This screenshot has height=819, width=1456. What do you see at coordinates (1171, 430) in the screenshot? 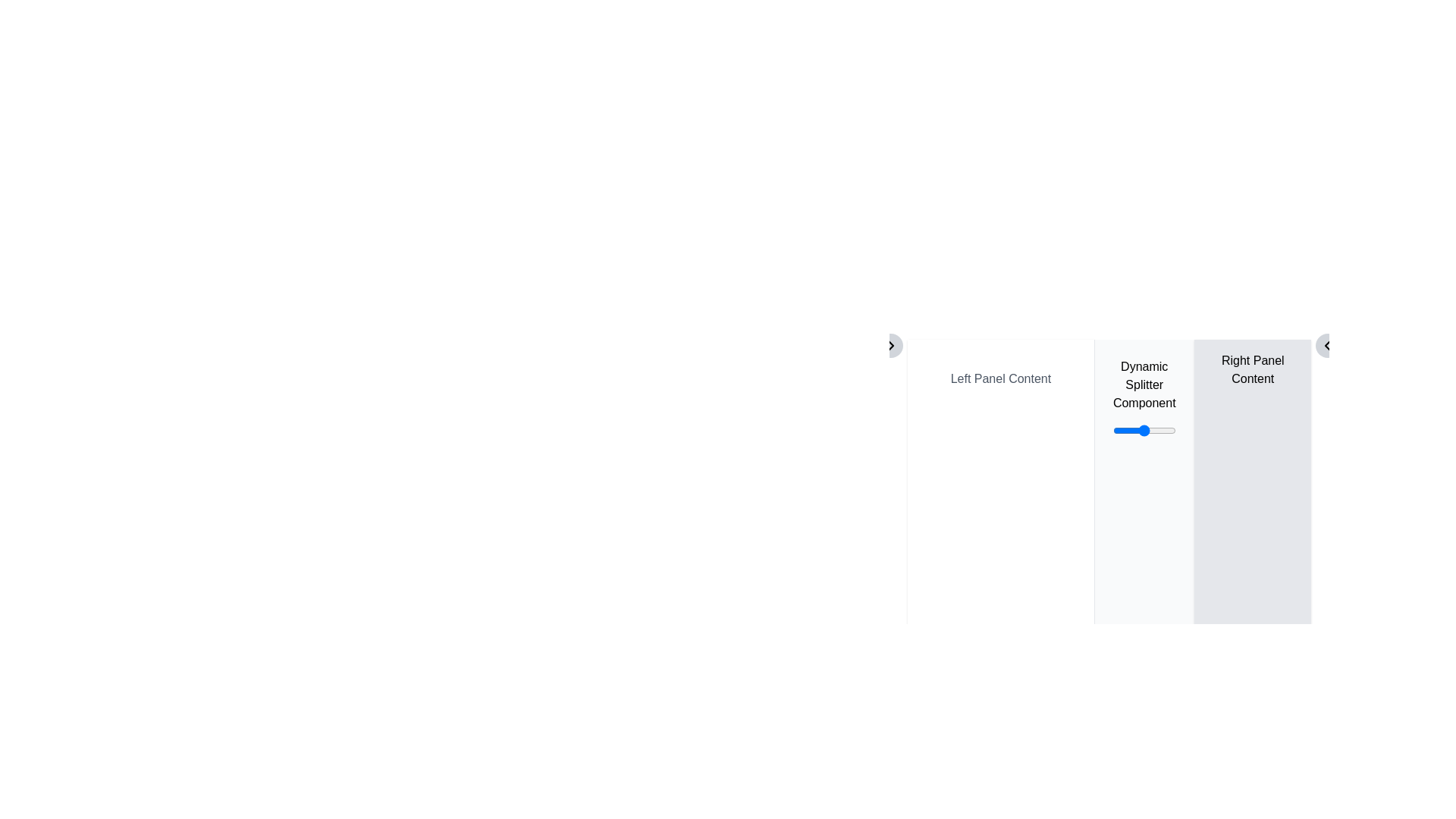
I see `the slider value` at bounding box center [1171, 430].